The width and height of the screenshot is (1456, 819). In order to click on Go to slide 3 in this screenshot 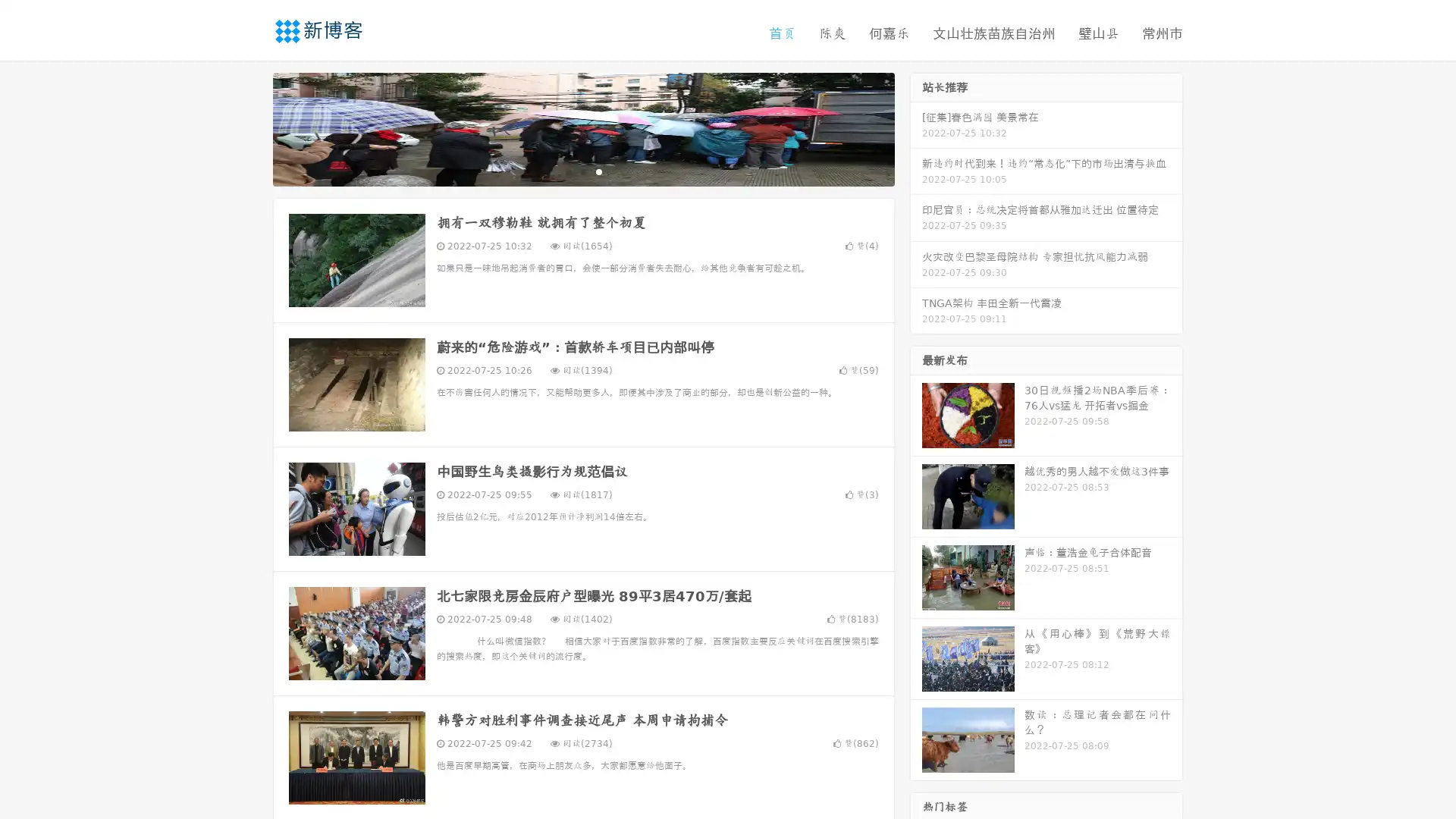, I will do `click(598, 171)`.